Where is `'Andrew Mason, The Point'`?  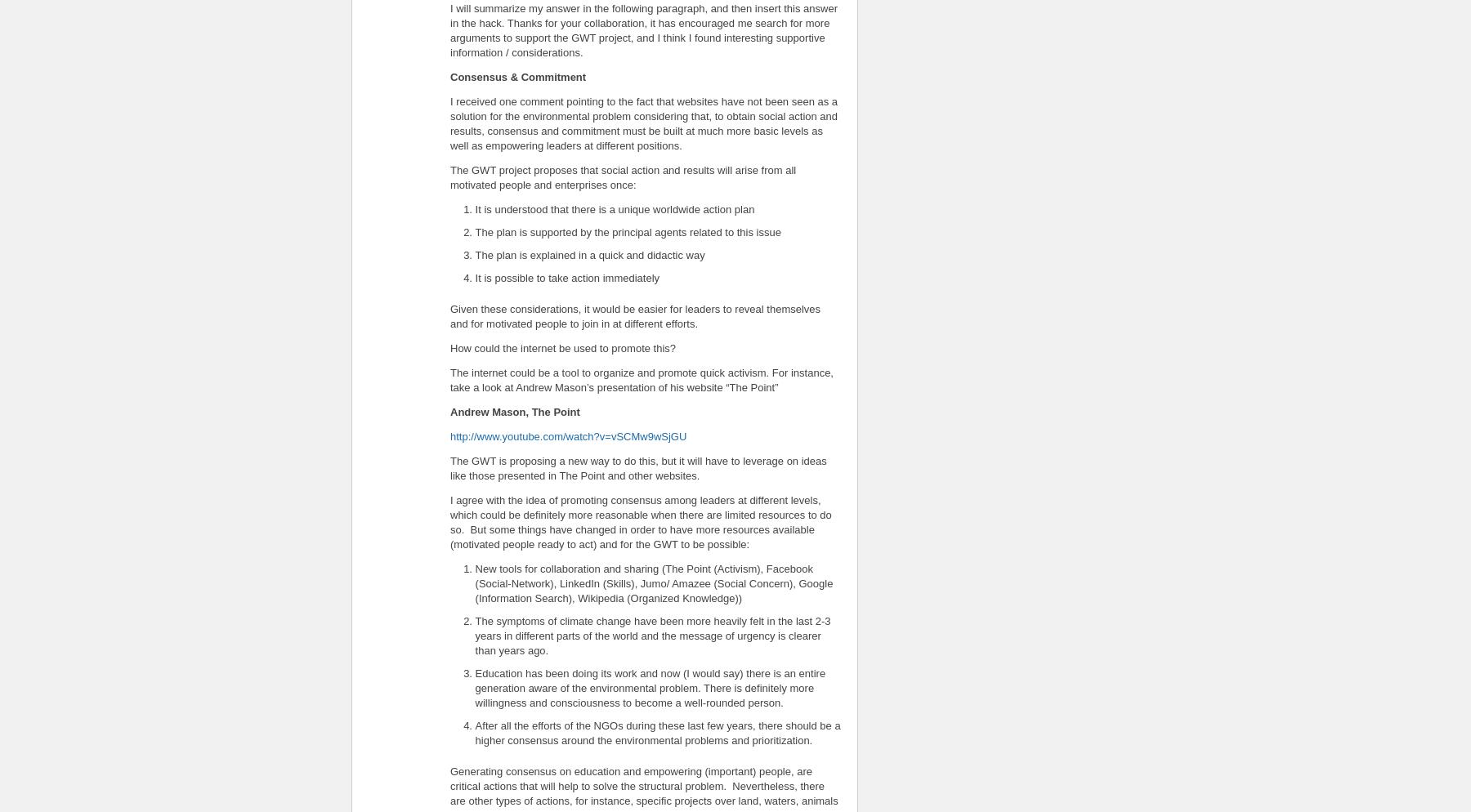 'Andrew Mason, The Point' is located at coordinates (515, 411).